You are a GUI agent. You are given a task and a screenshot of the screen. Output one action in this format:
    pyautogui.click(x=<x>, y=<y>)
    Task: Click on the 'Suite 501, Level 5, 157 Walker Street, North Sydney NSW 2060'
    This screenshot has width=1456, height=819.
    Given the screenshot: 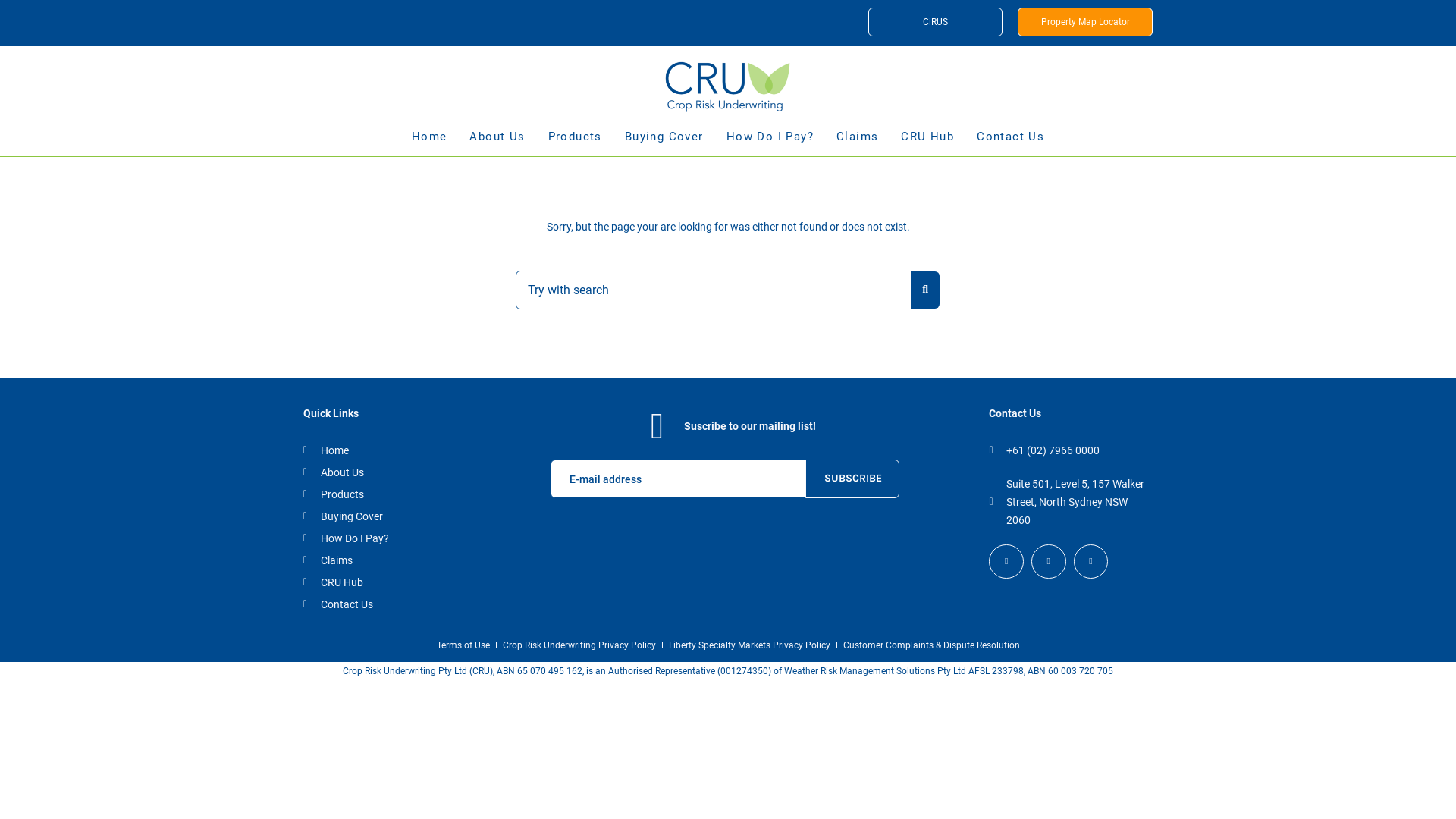 What is the action you would take?
    pyautogui.click(x=1066, y=502)
    